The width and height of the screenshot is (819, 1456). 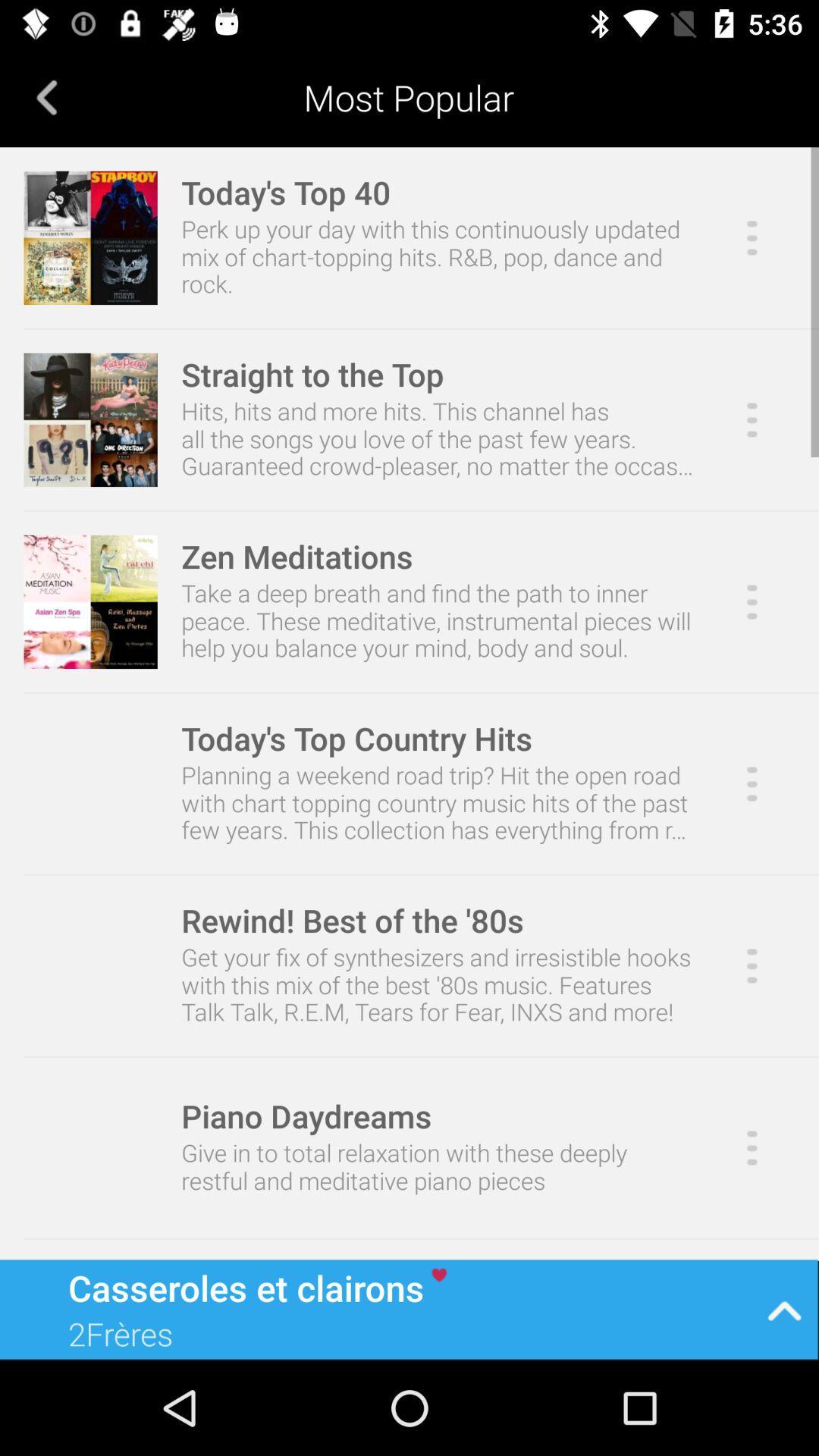 I want to click on the expand_less icon, so click(x=784, y=1308).